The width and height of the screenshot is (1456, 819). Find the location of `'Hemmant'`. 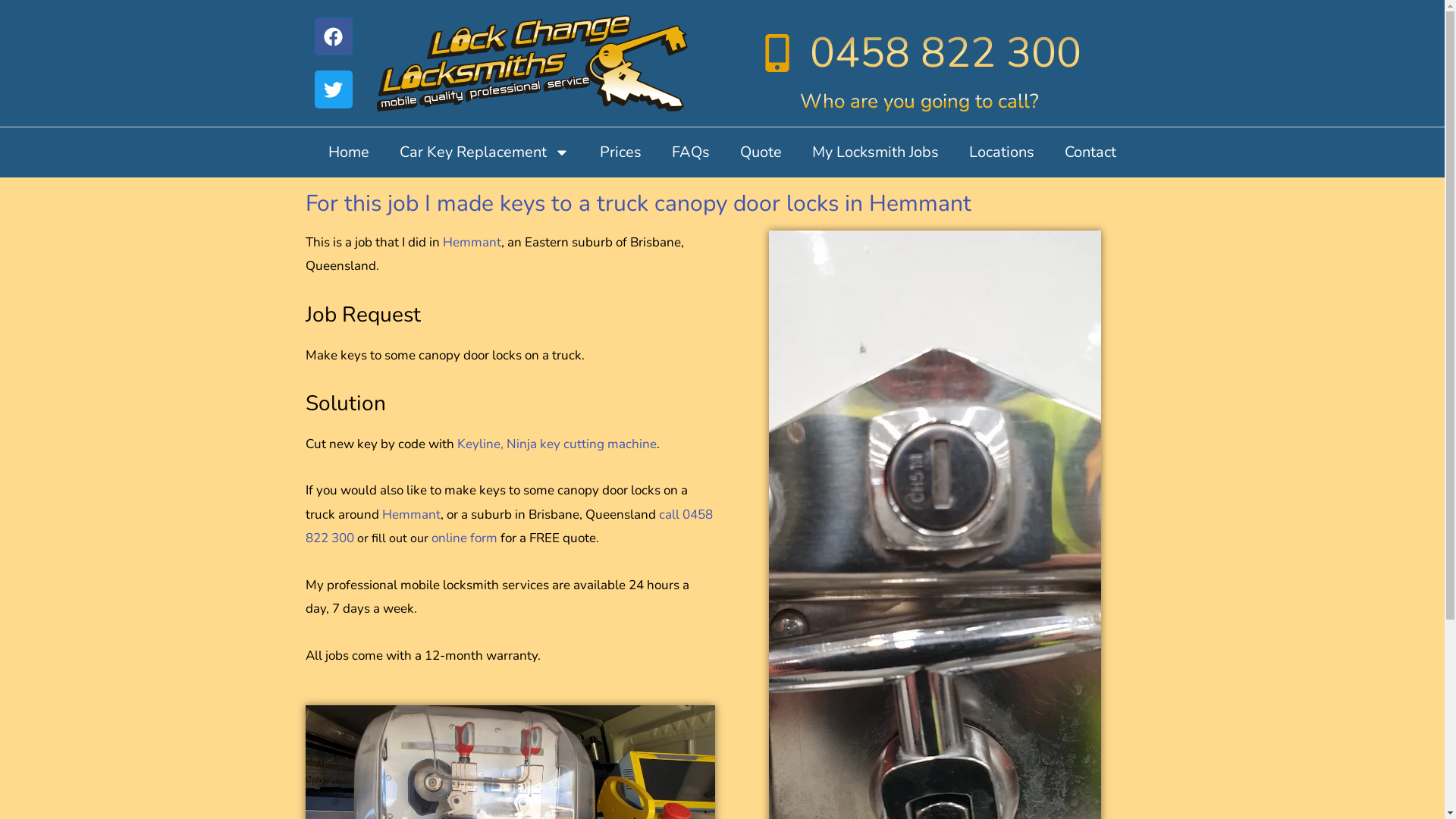

'Hemmant' is located at coordinates (411, 513).